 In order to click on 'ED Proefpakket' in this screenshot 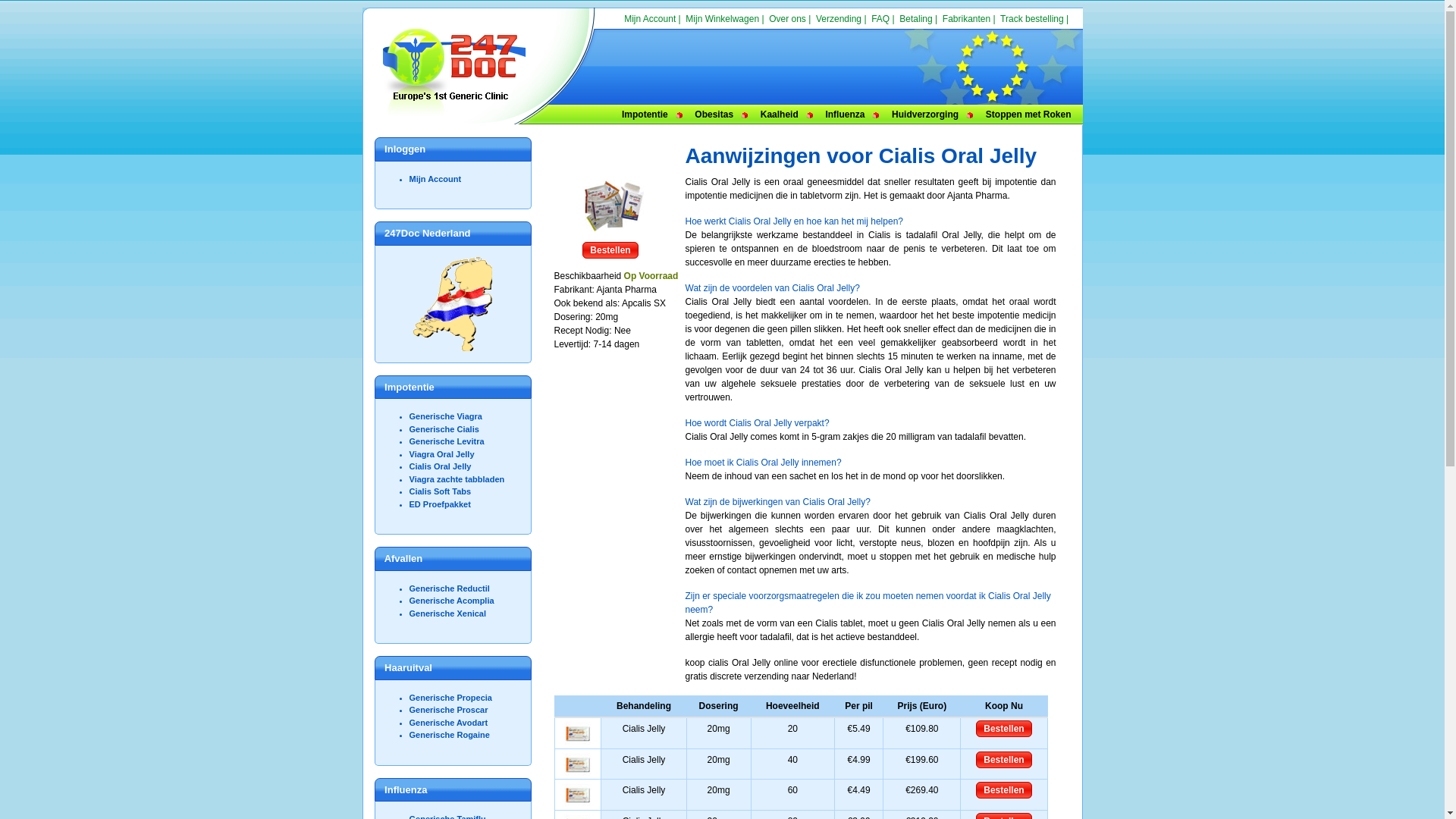, I will do `click(409, 503)`.